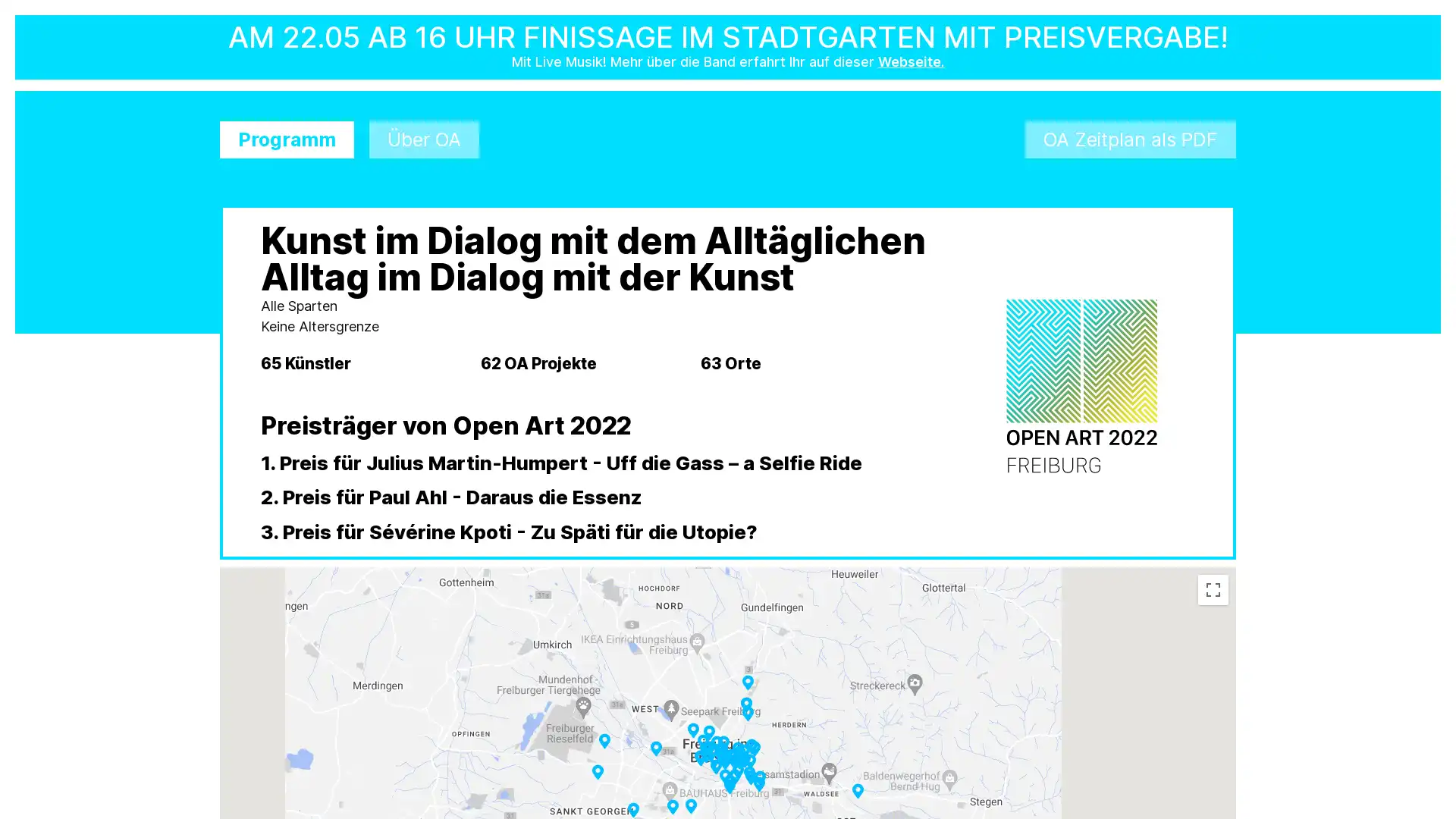  I want to click on Toggle fullscreen view, so click(1212, 589).